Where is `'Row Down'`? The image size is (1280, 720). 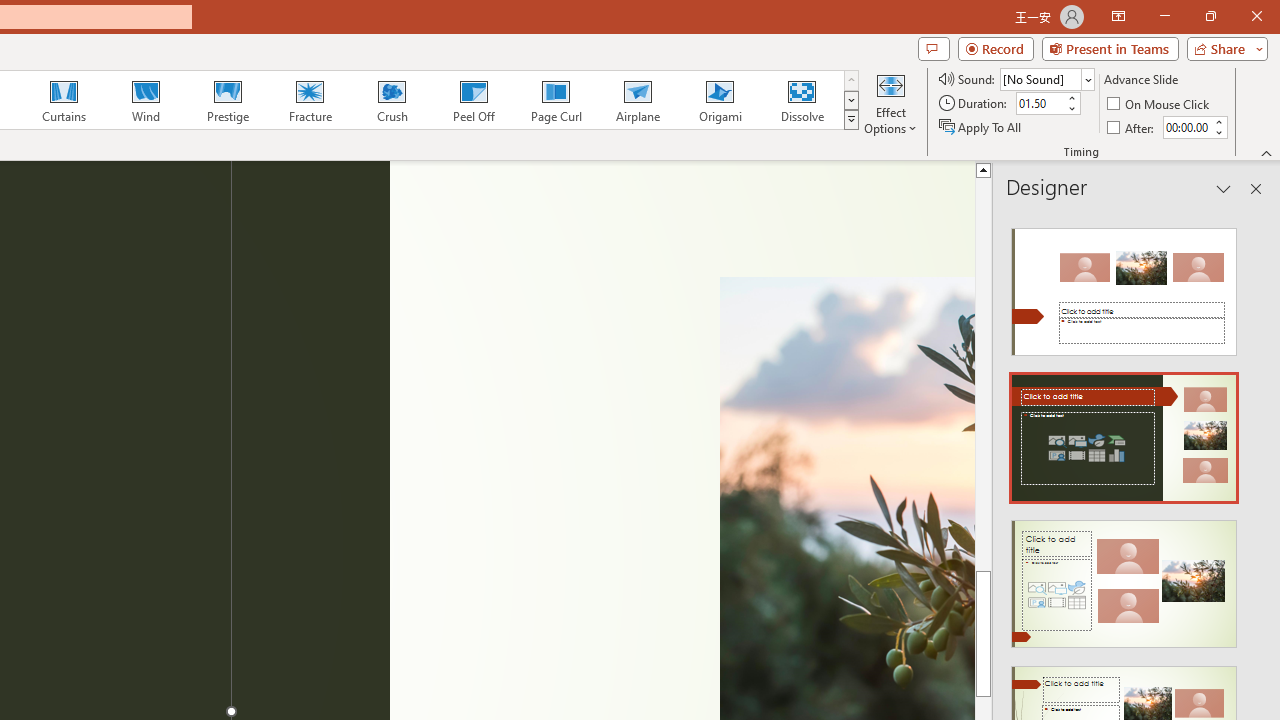 'Row Down' is located at coordinates (851, 100).